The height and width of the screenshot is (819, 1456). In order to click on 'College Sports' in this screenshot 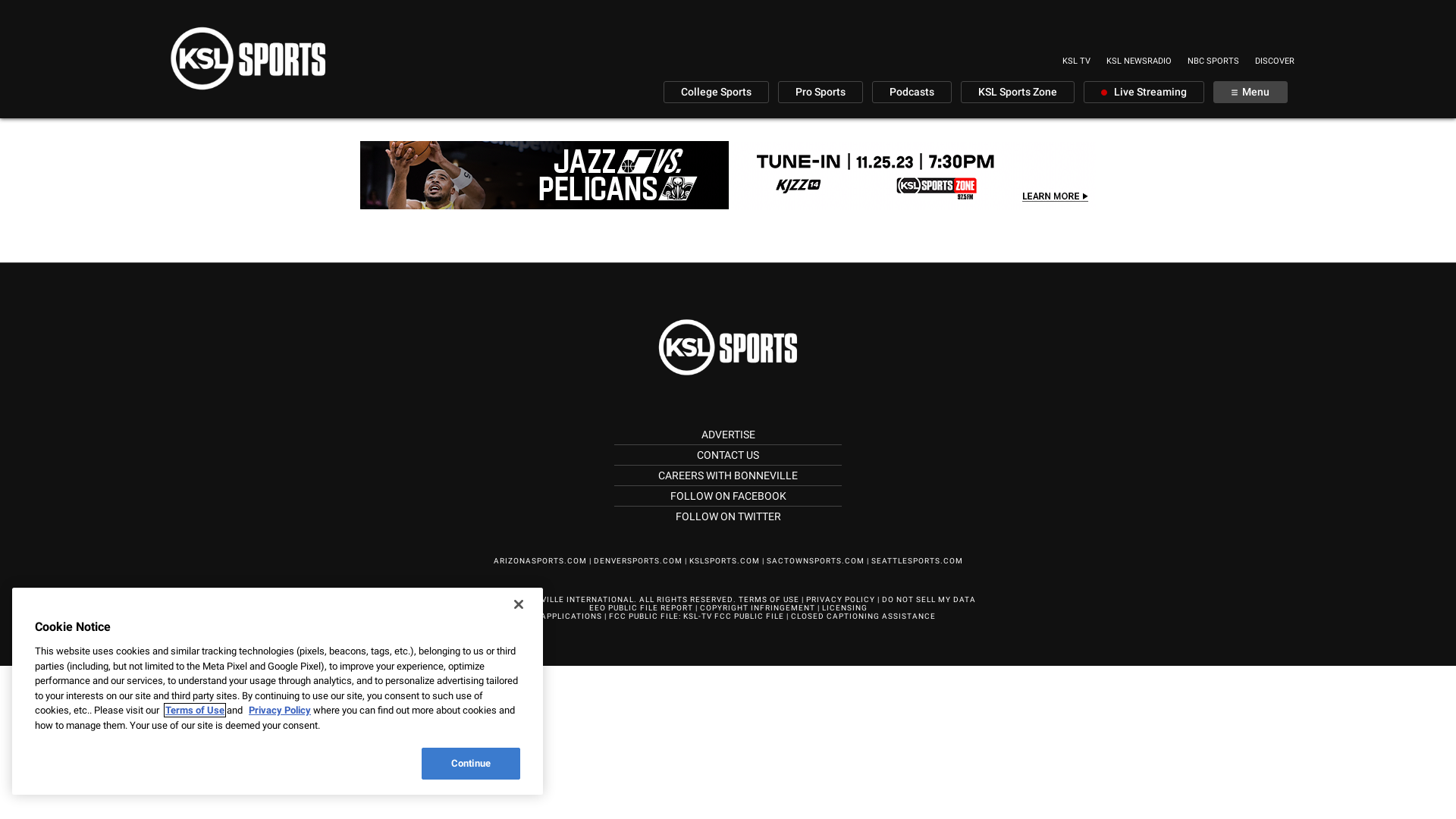, I will do `click(715, 92)`.